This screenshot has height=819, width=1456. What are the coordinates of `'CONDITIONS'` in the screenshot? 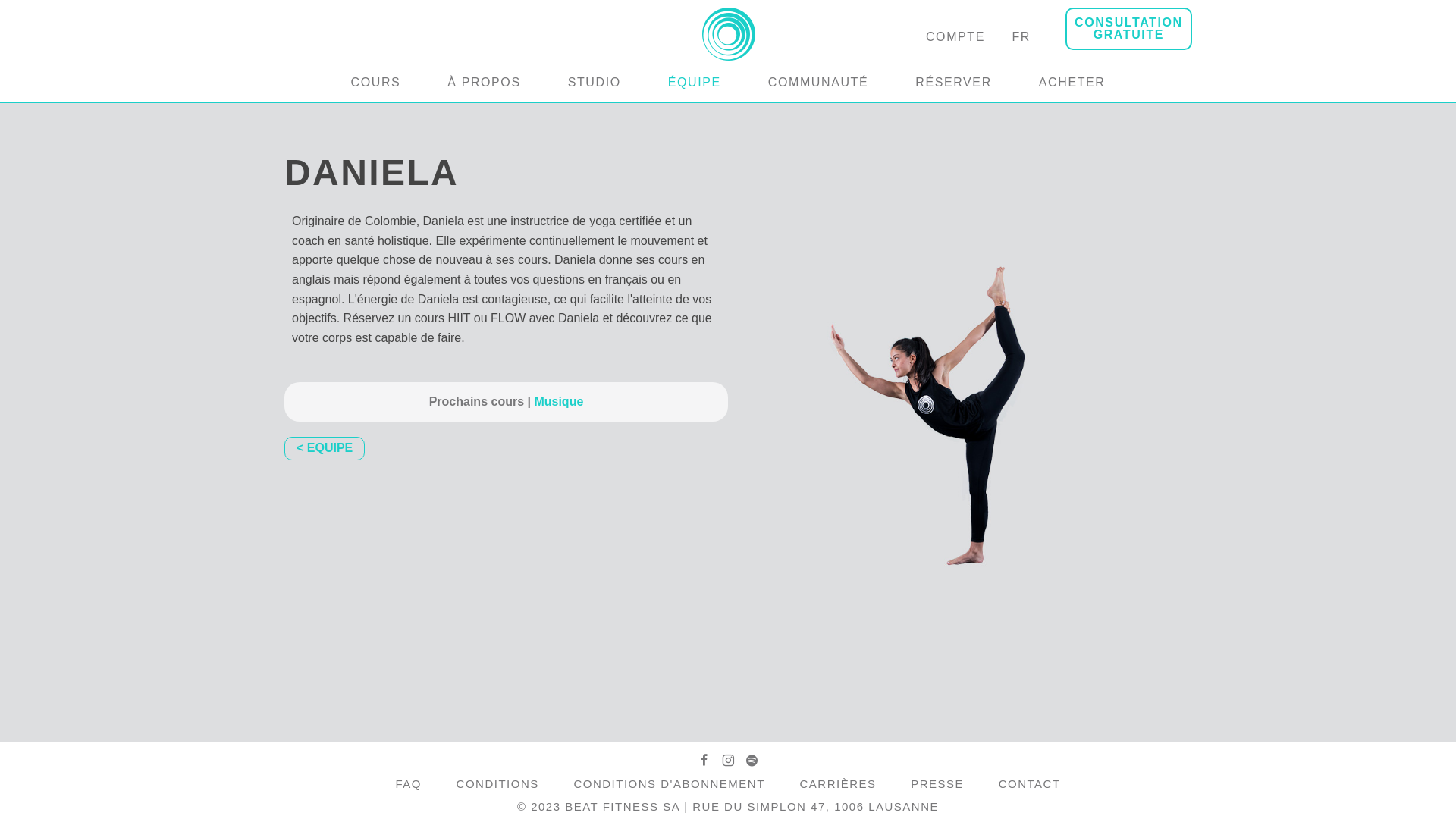 It's located at (497, 783).